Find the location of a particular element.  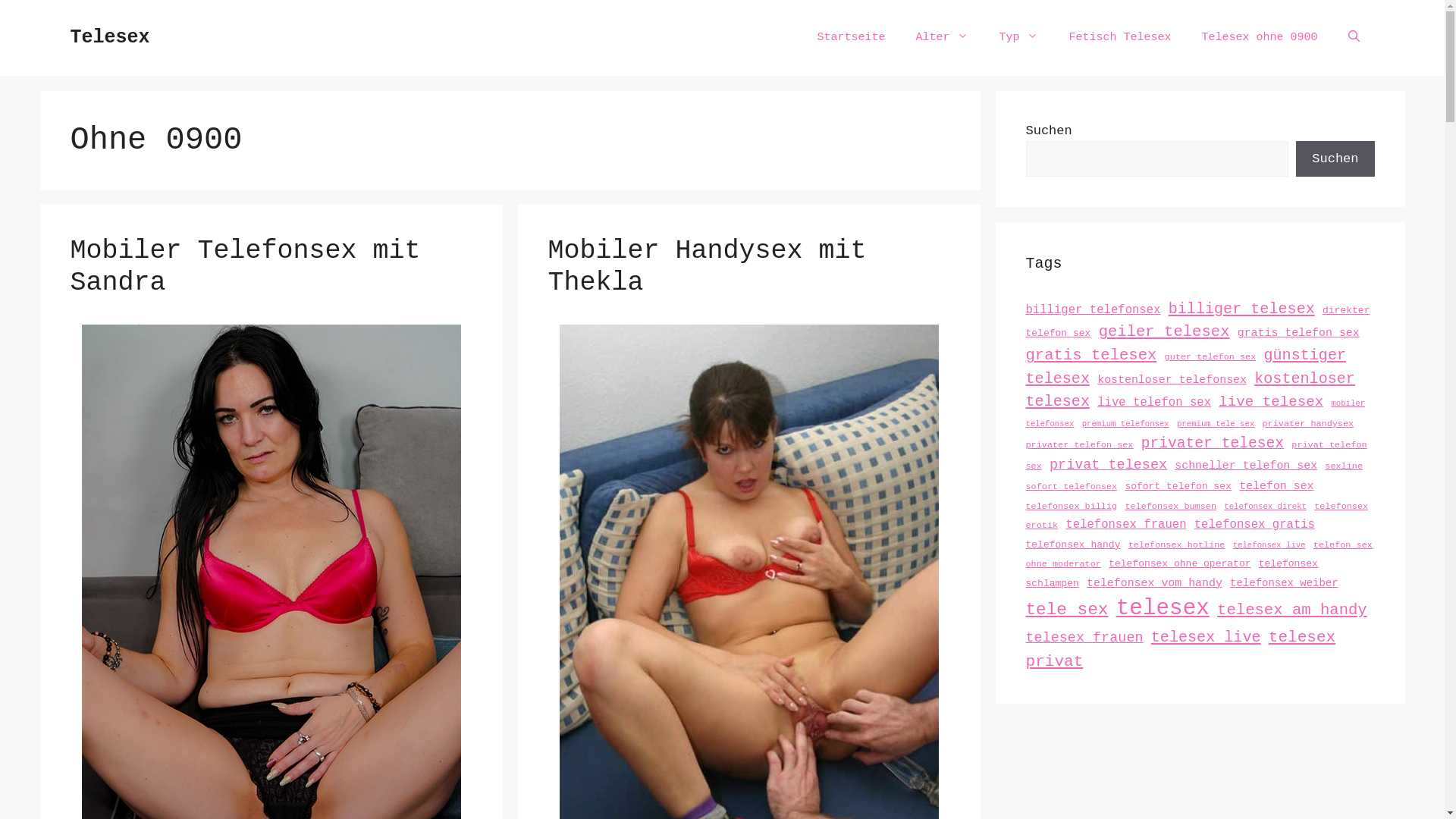

'schneller telefon sex' is located at coordinates (1245, 464).